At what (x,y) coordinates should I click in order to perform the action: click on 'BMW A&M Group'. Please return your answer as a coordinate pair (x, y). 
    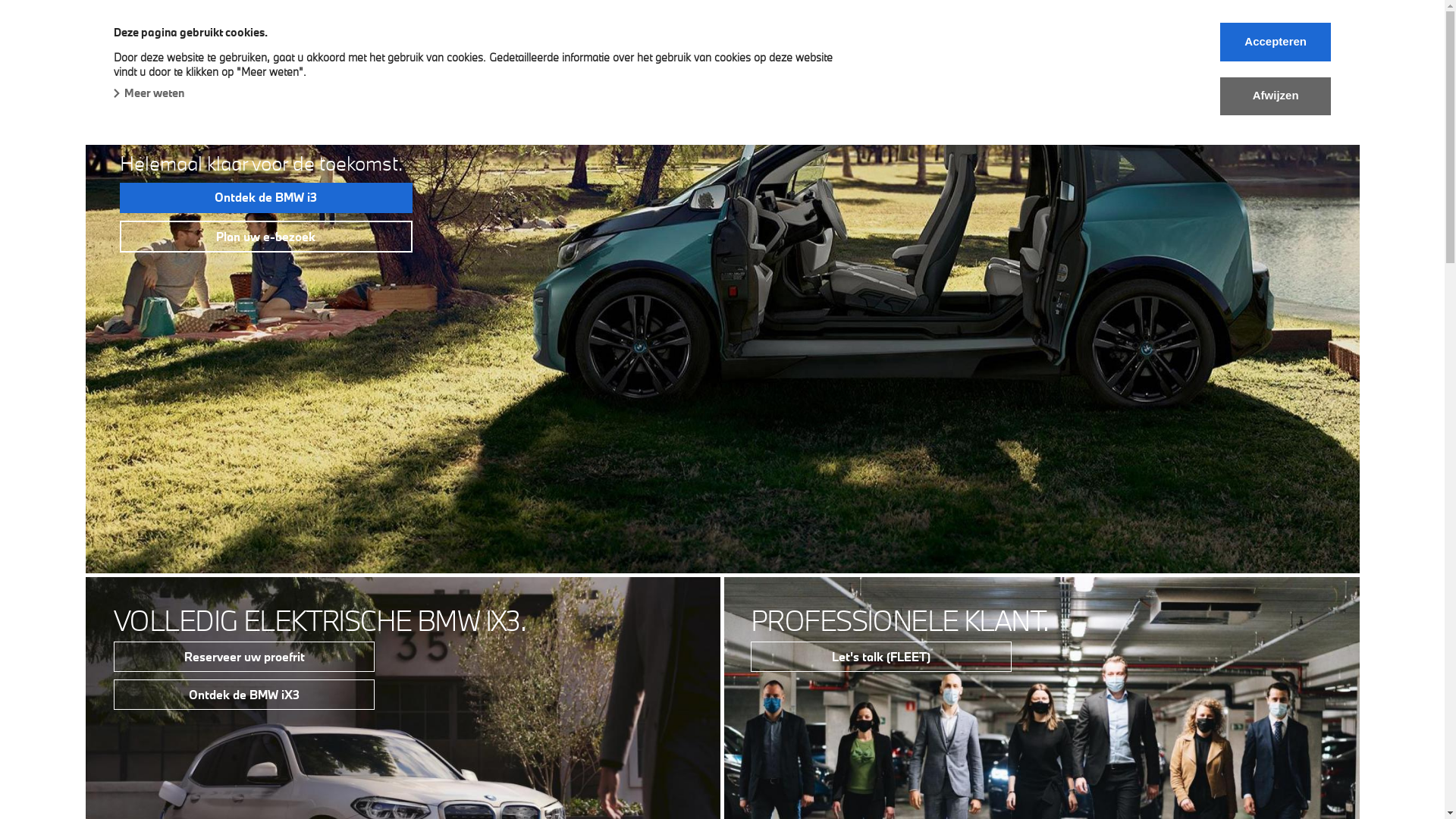
    Looking at the image, I should click on (164, 32).